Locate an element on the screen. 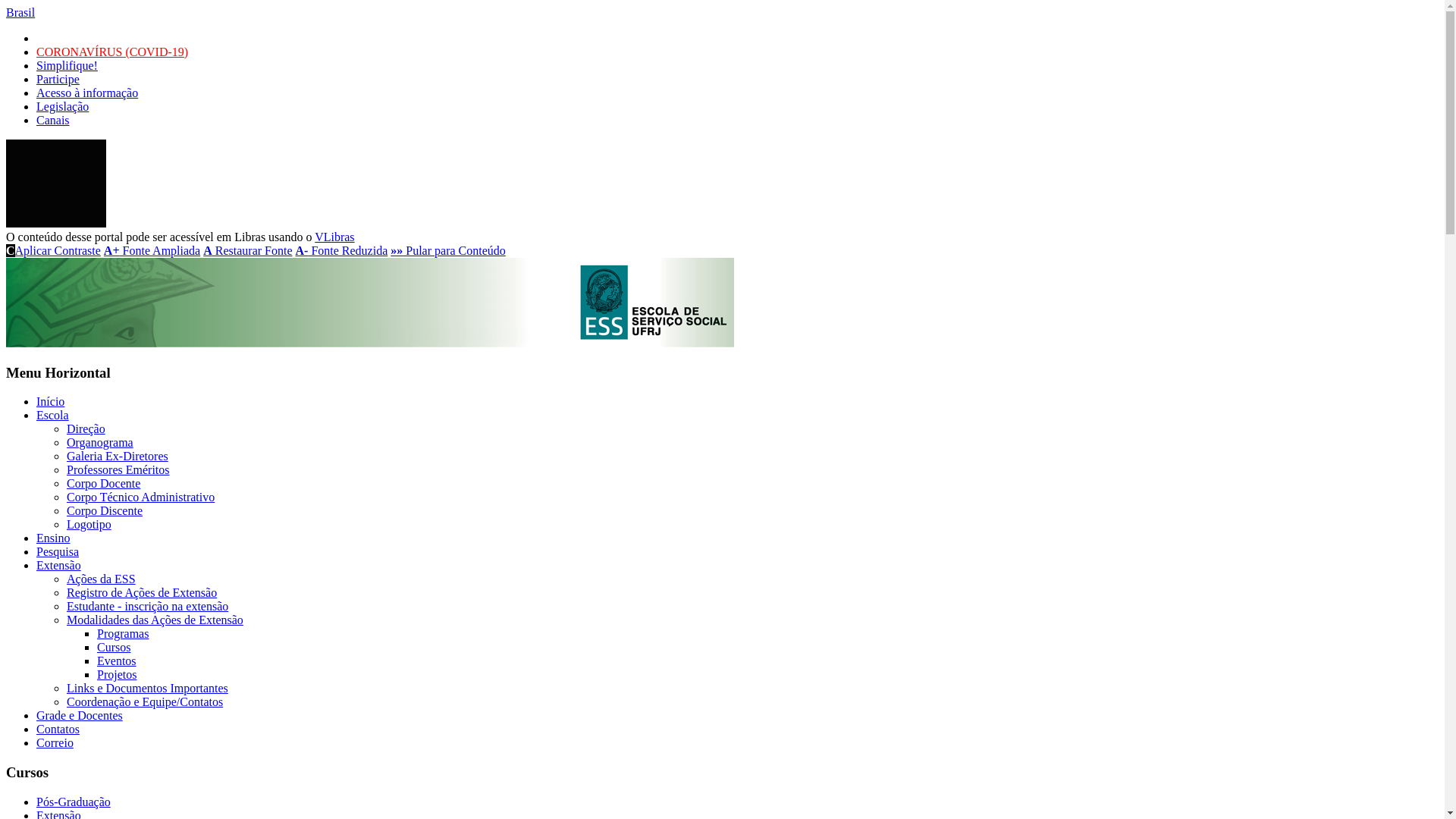  'Escola' is located at coordinates (36, 415).